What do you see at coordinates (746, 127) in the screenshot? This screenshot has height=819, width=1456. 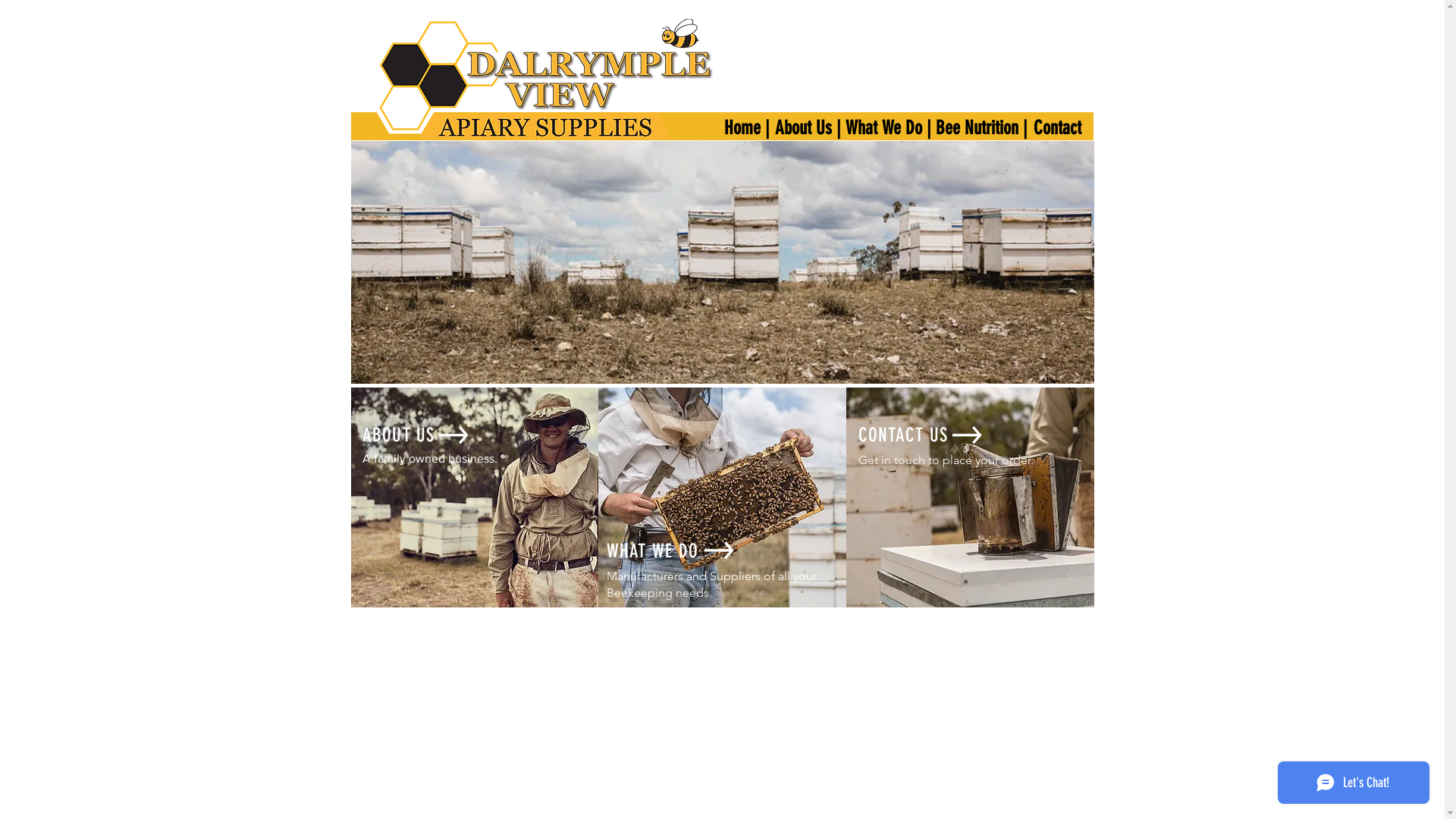 I see `'Home |'` at bounding box center [746, 127].